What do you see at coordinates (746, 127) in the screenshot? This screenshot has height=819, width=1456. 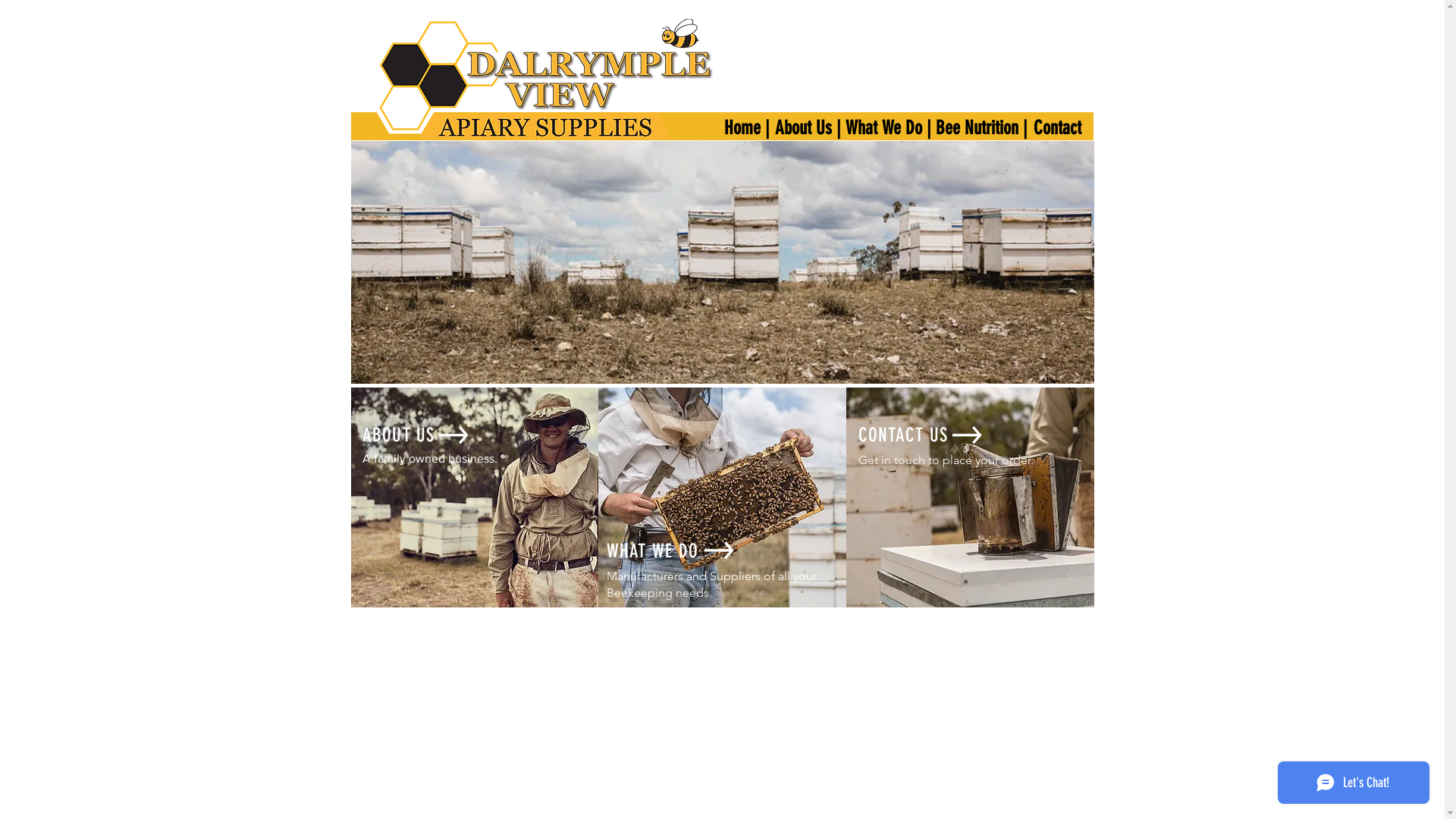 I see `'Home |'` at bounding box center [746, 127].